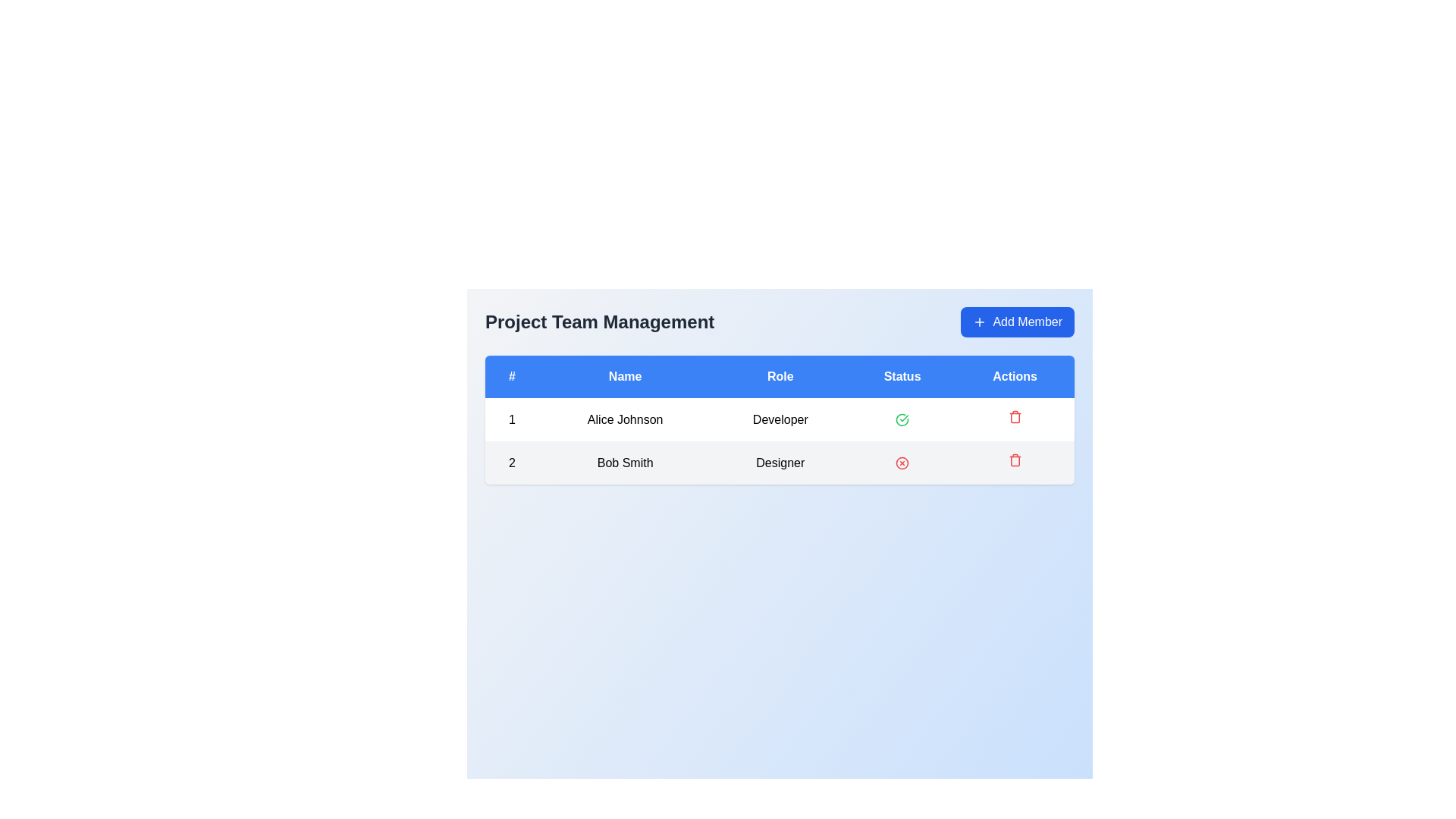 This screenshot has height=819, width=1456. What do you see at coordinates (512, 419) in the screenshot?
I see `displayed numeral '1' in the first row of the table under the '#'' column, which is styled in black color and positioned before the 'Name' column containing 'Alice Johnson'` at bounding box center [512, 419].